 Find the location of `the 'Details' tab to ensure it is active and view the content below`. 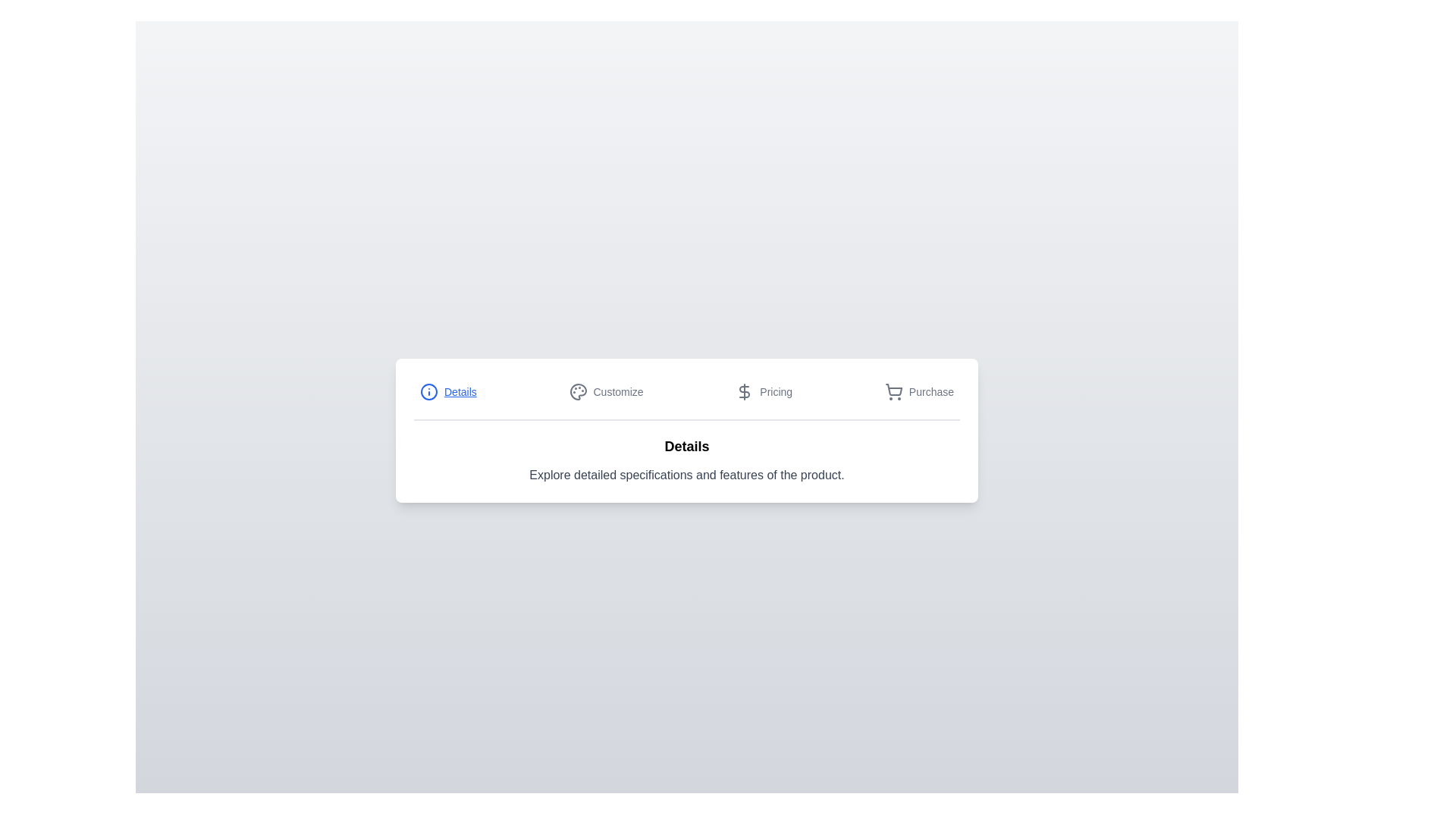

the 'Details' tab to ensure it is active and view the content below is located at coordinates (447, 391).